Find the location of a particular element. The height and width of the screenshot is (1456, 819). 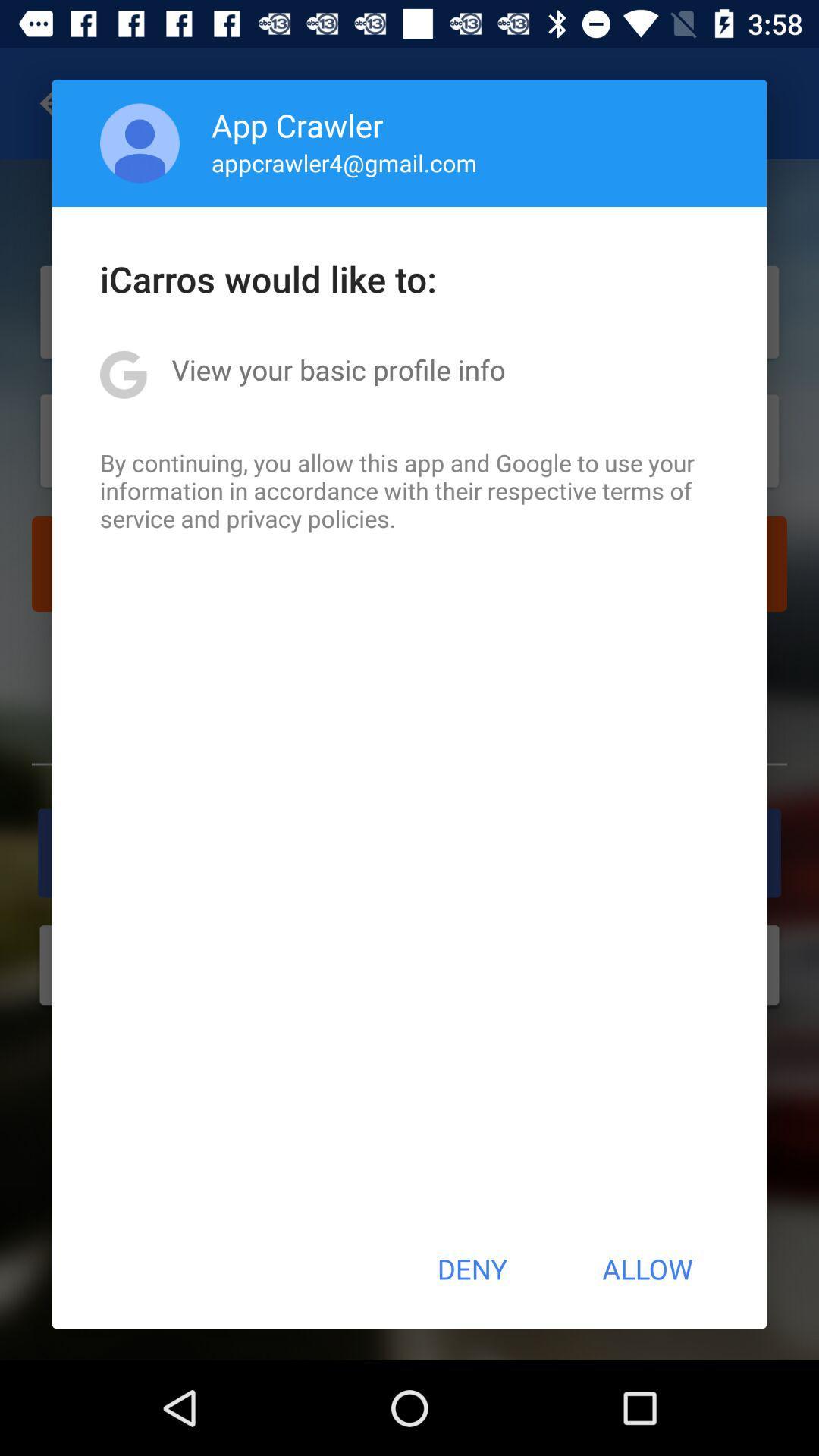

the app below the app crawler app is located at coordinates (344, 162).